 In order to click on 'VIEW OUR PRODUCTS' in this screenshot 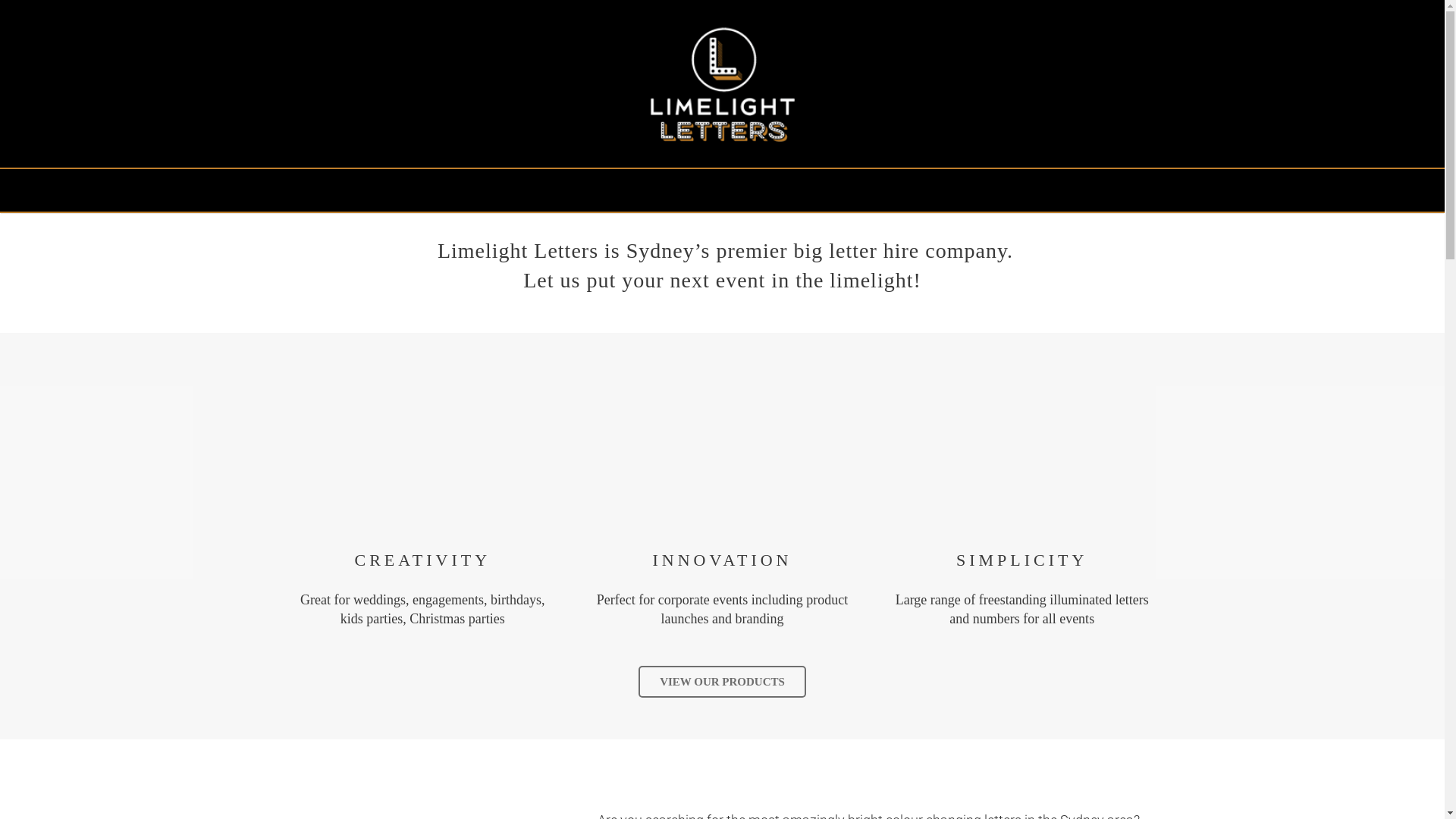, I will do `click(721, 680)`.